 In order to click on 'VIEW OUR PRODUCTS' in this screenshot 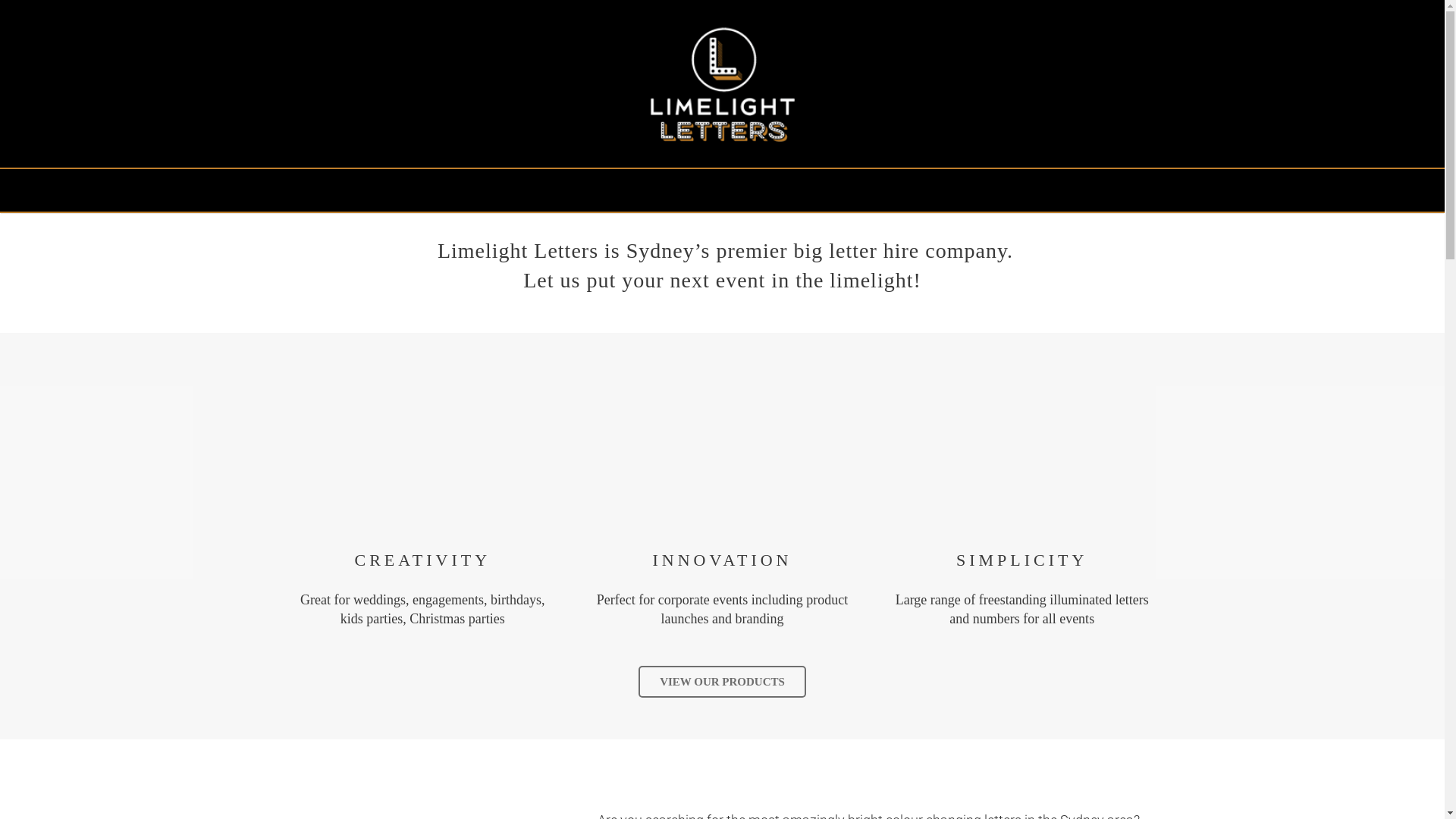, I will do `click(721, 680)`.